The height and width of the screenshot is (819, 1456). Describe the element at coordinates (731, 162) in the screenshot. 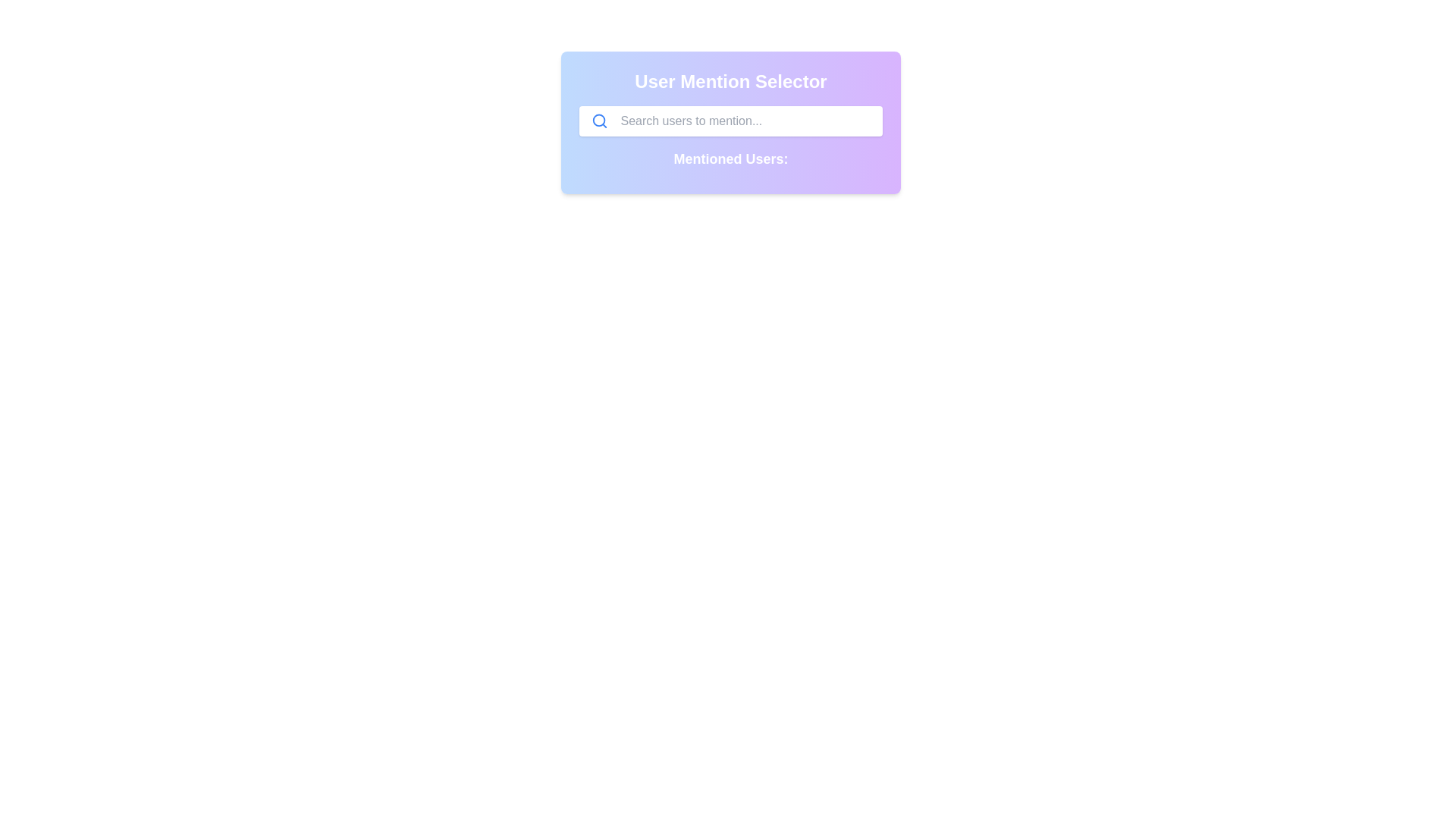

I see `label that displays 'Mentioned Users:' in bold white font, located below the 'Search users to mention...' input field in the 'User Mention Selector'` at that location.